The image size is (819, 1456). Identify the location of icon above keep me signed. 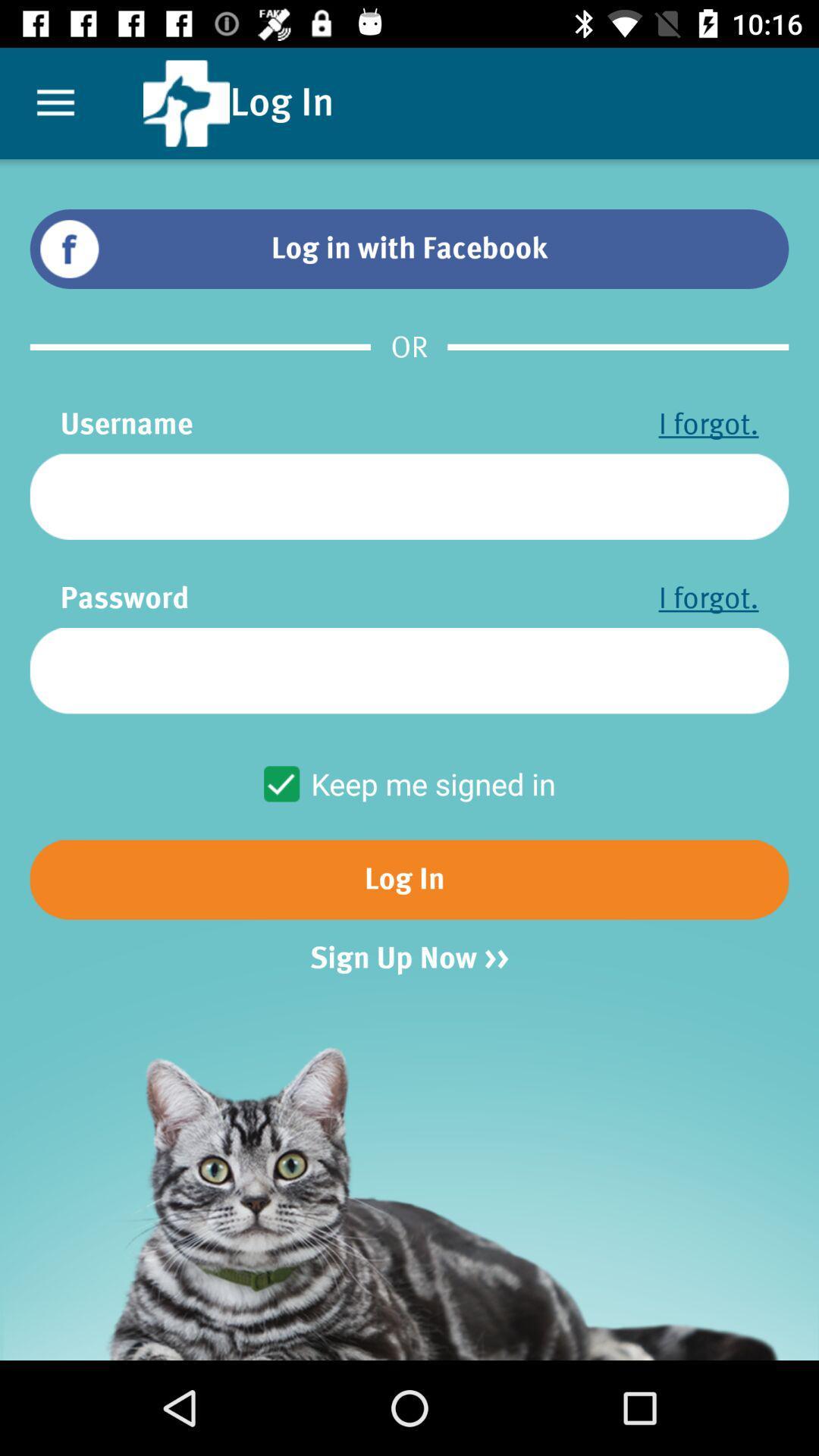
(409, 670).